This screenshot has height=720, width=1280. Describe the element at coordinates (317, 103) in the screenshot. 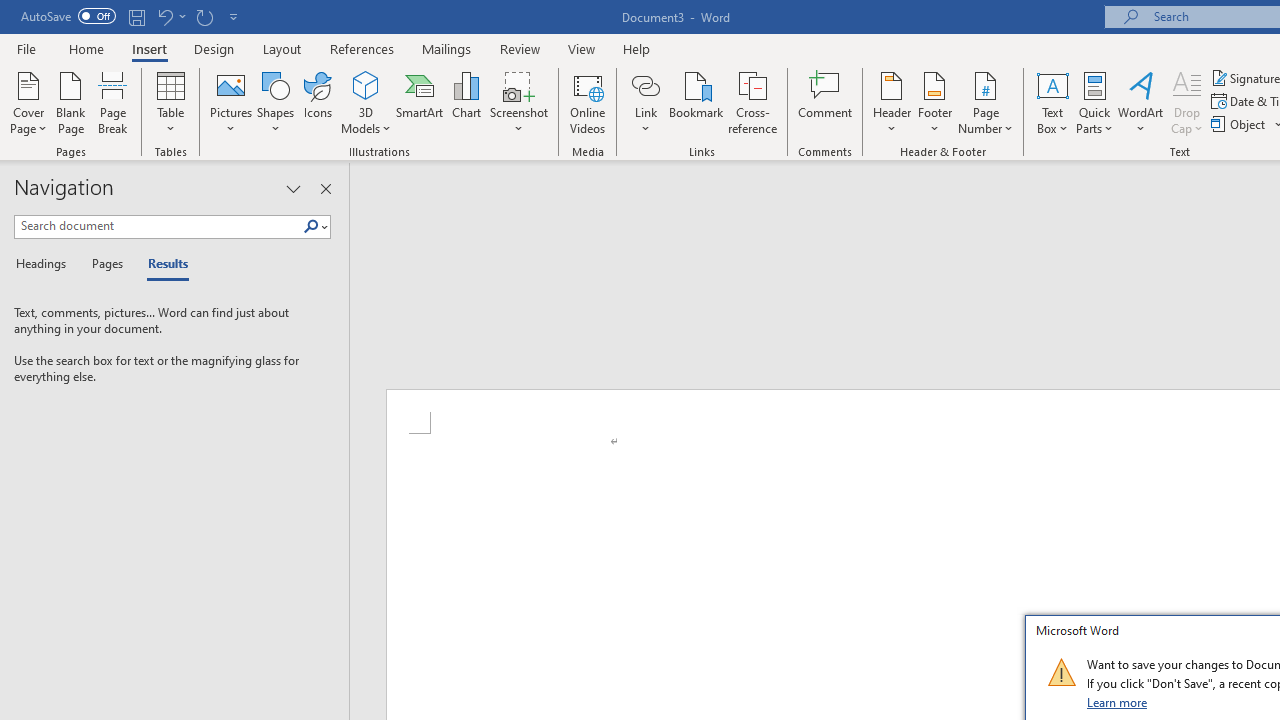

I see `'Icons'` at that location.